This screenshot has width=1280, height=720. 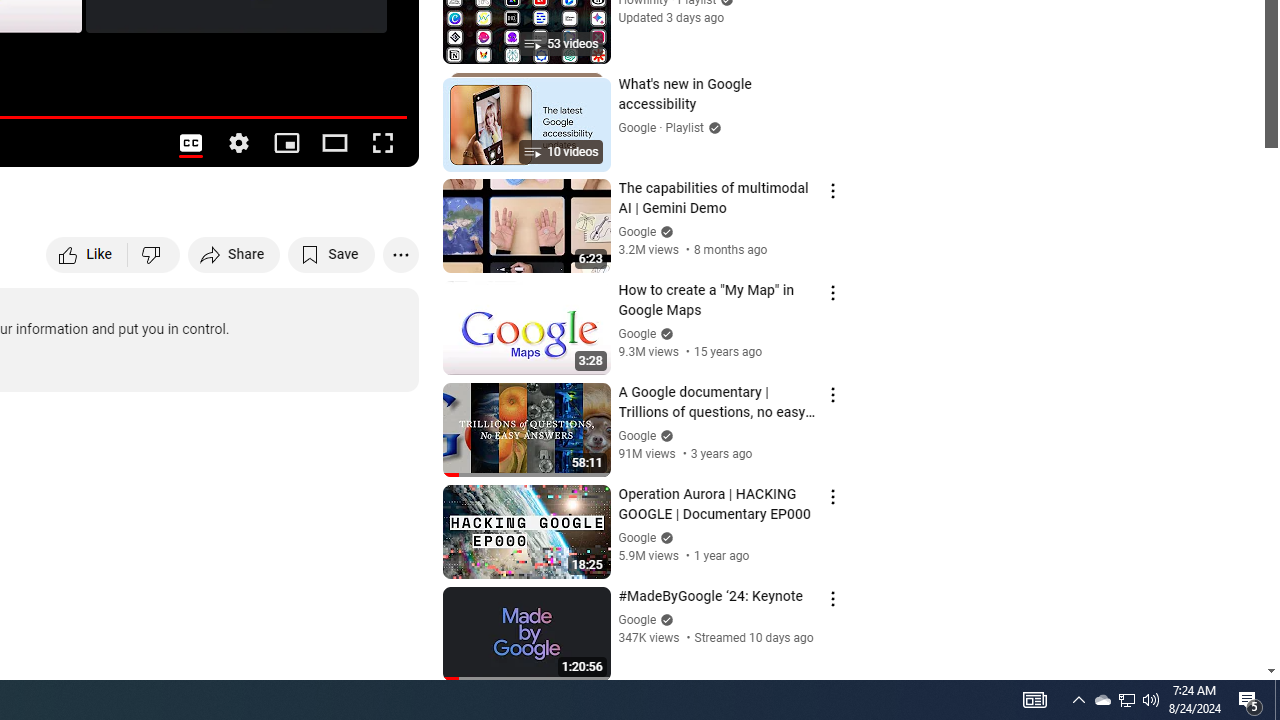 I want to click on 'Share', so click(x=234, y=253).